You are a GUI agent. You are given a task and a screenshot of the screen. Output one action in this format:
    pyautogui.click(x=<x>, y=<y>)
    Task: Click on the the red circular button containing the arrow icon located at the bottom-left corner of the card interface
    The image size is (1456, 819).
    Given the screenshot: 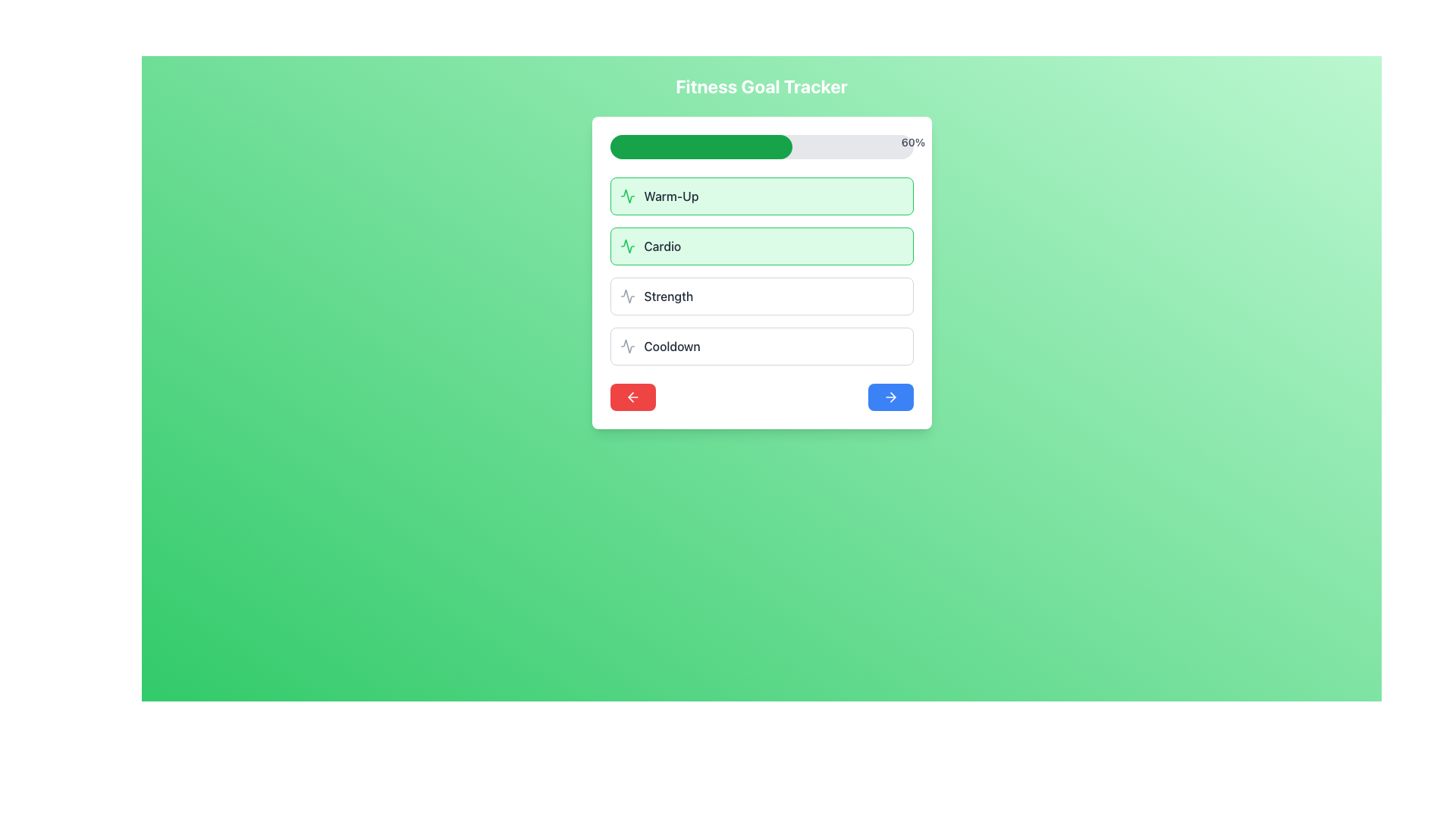 What is the action you would take?
    pyautogui.click(x=632, y=397)
    